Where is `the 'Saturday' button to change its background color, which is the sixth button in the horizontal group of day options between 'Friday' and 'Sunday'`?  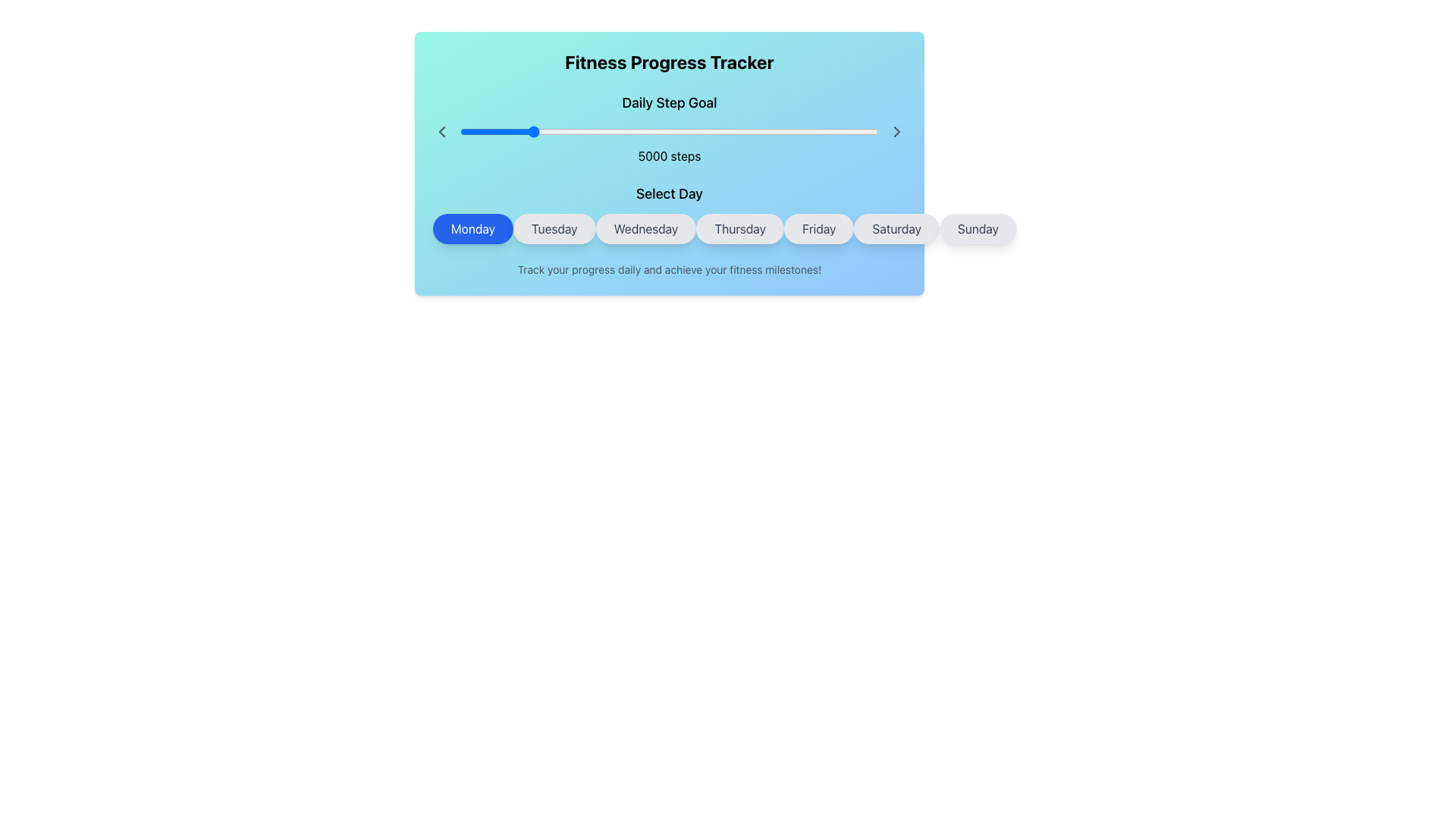 the 'Saturday' button to change its background color, which is the sixth button in the horizontal group of day options between 'Friday' and 'Sunday' is located at coordinates (896, 228).